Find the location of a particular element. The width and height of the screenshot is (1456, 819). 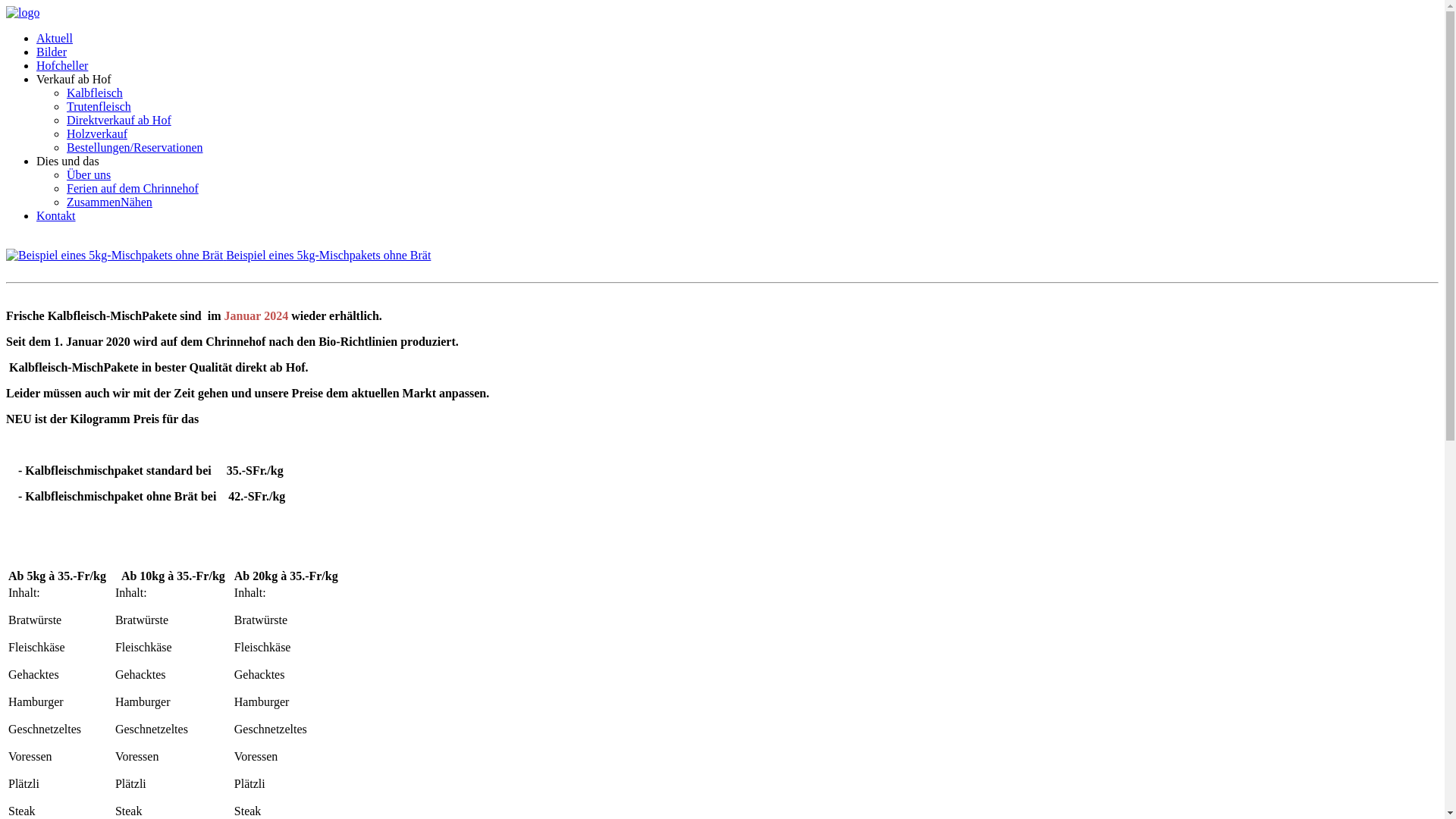

'Bilder' is located at coordinates (51, 51).